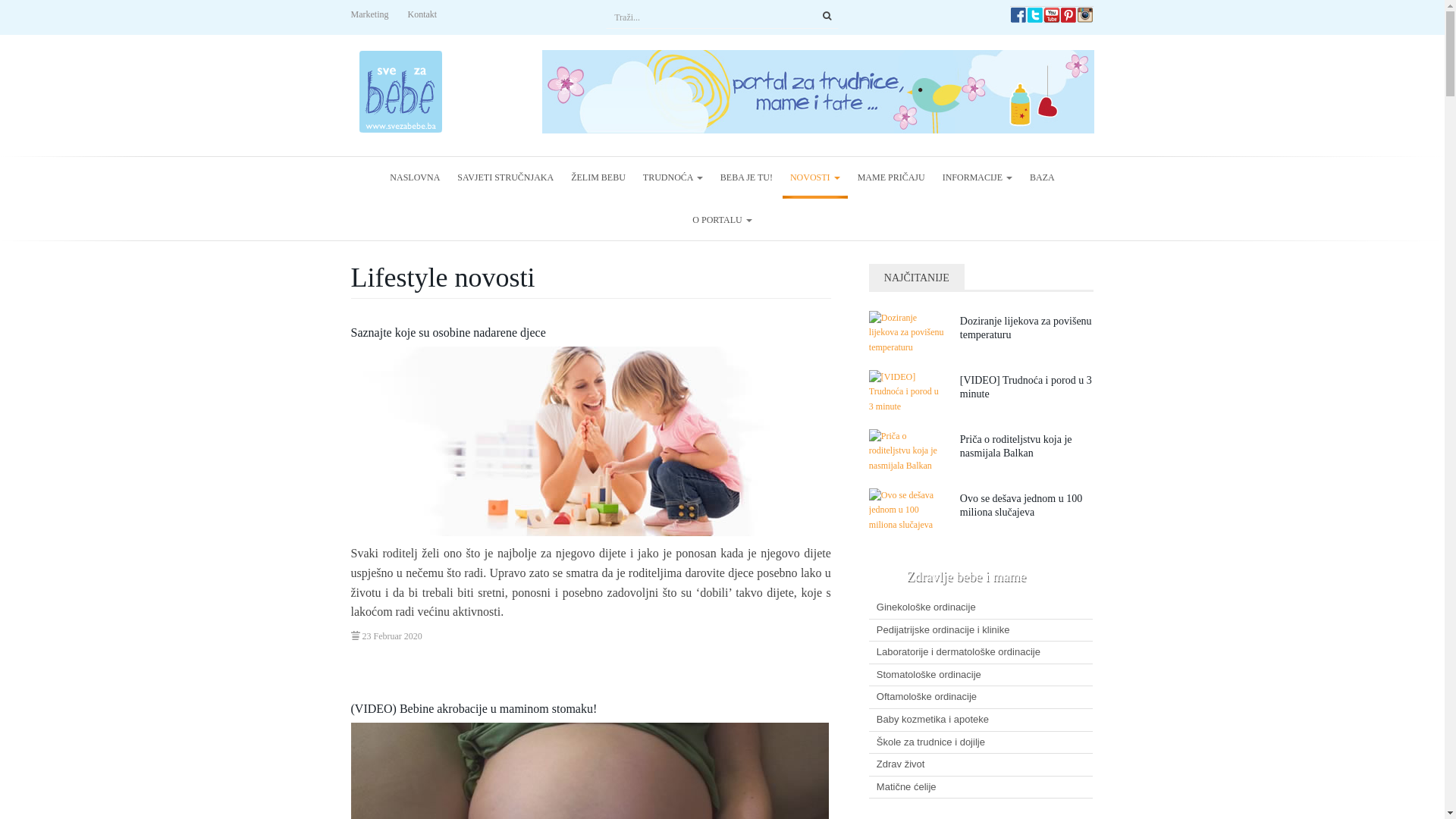 This screenshot has height=819, width=1456. Describe the element at coordinates (683, 219) in the screenshot. I see `'O PORTALU'` at that location.